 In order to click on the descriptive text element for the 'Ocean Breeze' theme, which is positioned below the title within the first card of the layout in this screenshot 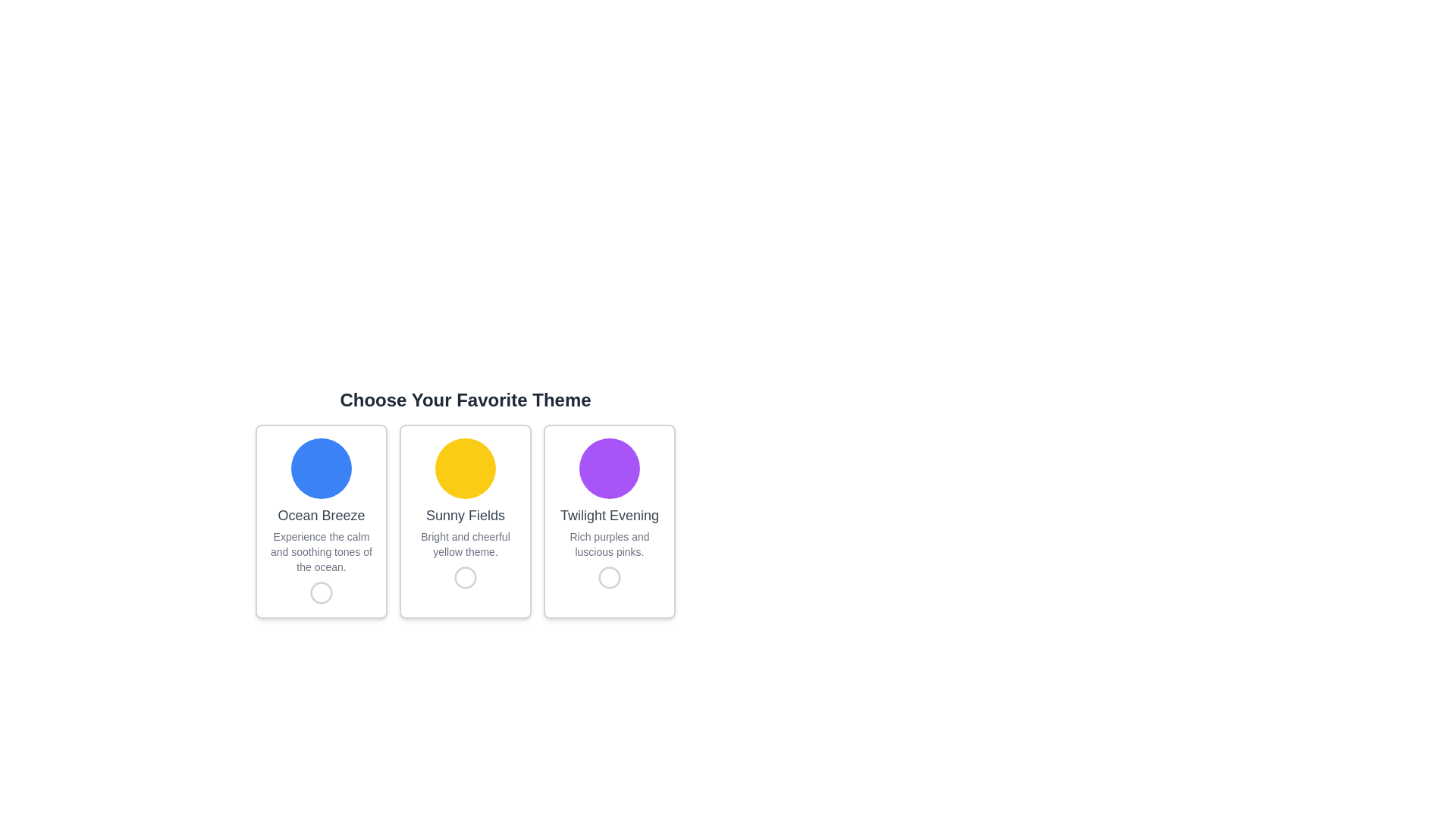, I will do `click(320, 552)`.